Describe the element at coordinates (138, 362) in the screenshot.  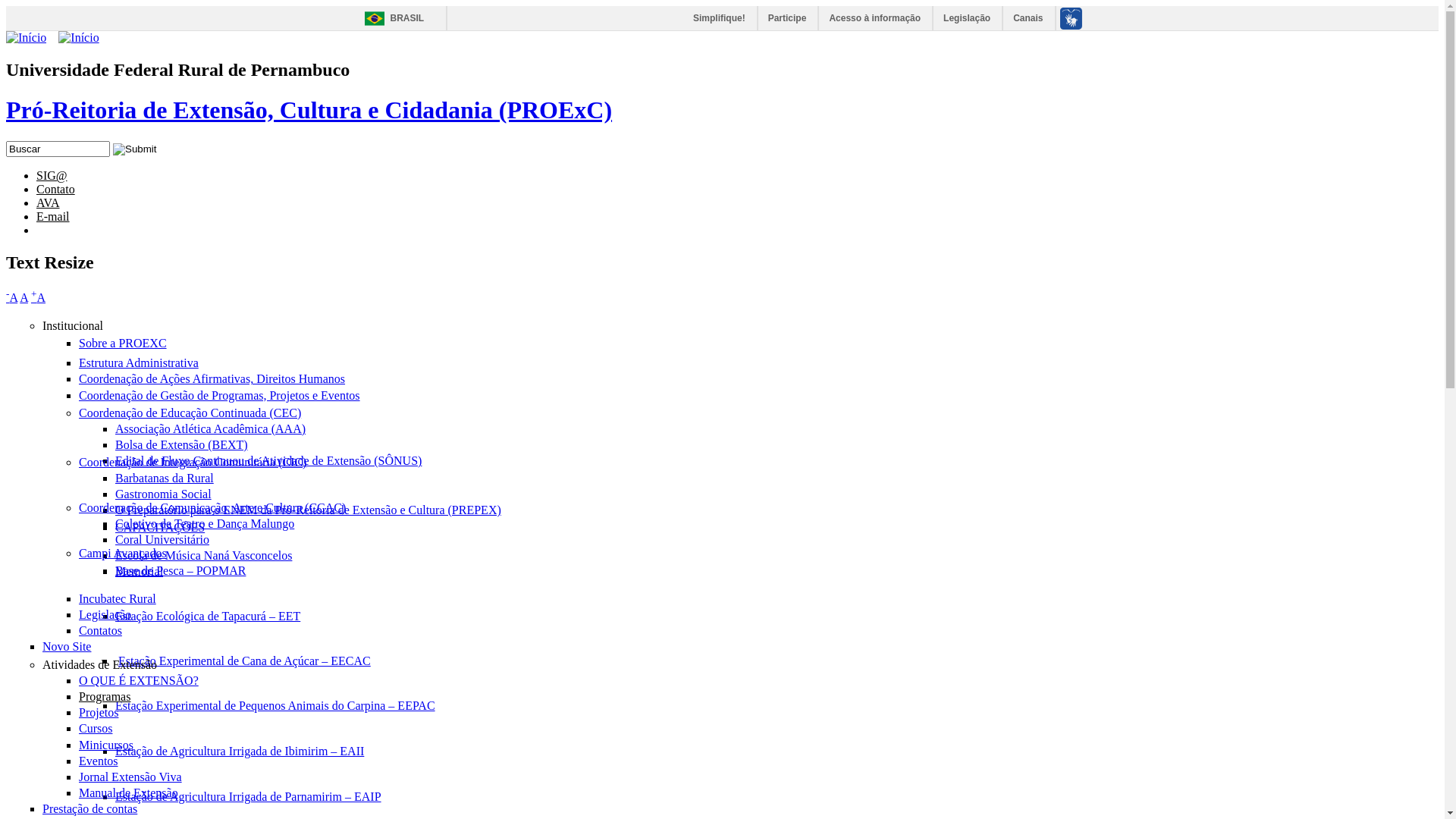
I see `'Estrutura Administrativa'` at that location.